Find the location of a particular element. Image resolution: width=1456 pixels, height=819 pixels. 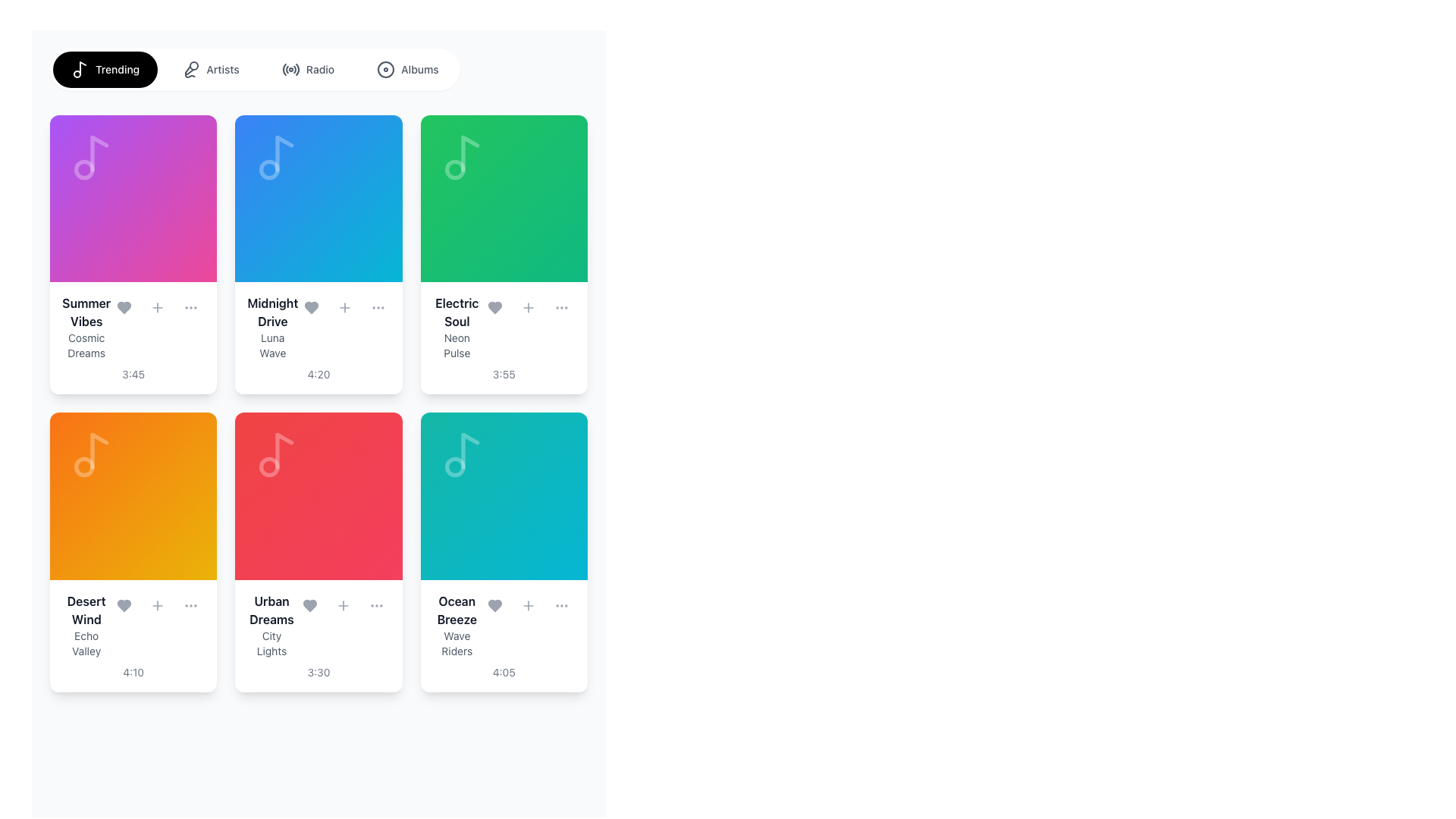

the decorative circle representing a music note within the bottom-right card of the music grid is located at coordinates (454, 466).